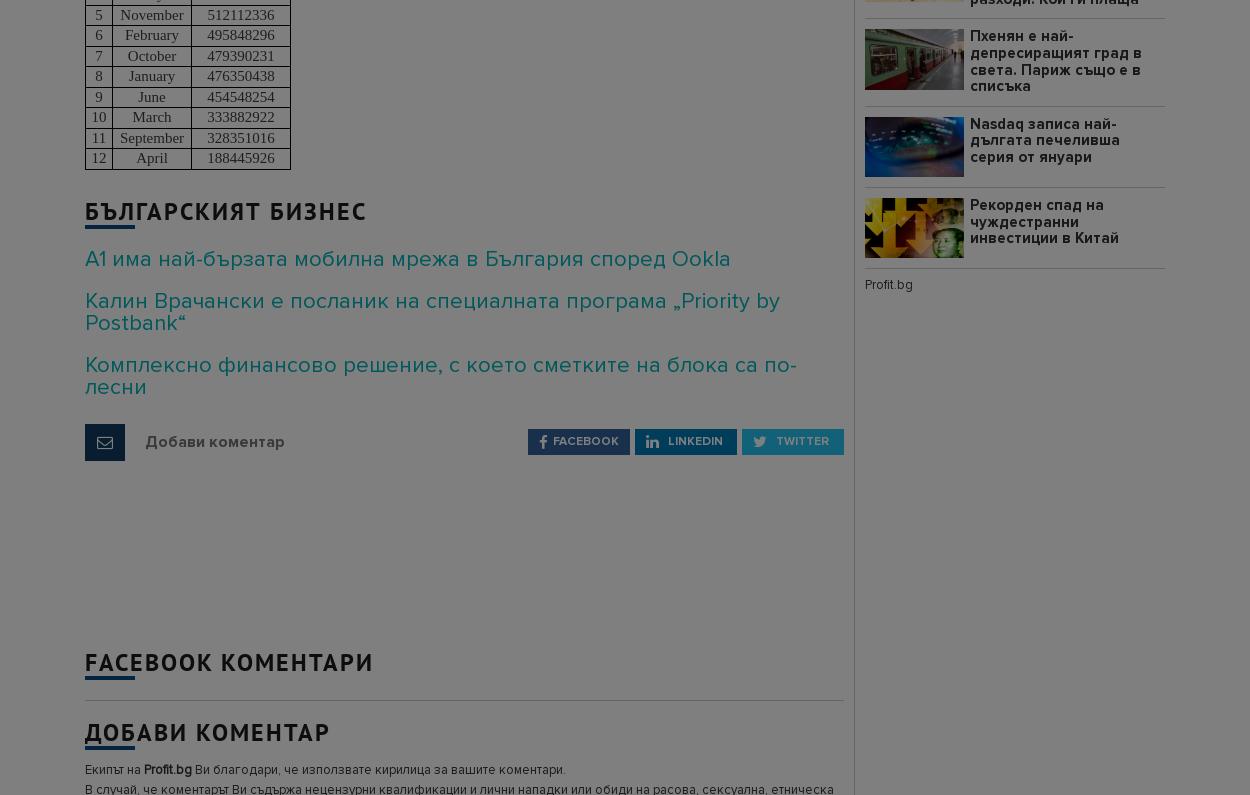 This screenshot has height=795, width=1250. What do you see at coordinates (693, 439) in the screenshot?
I see `'linkedin'` at bounding box center [693, 439].